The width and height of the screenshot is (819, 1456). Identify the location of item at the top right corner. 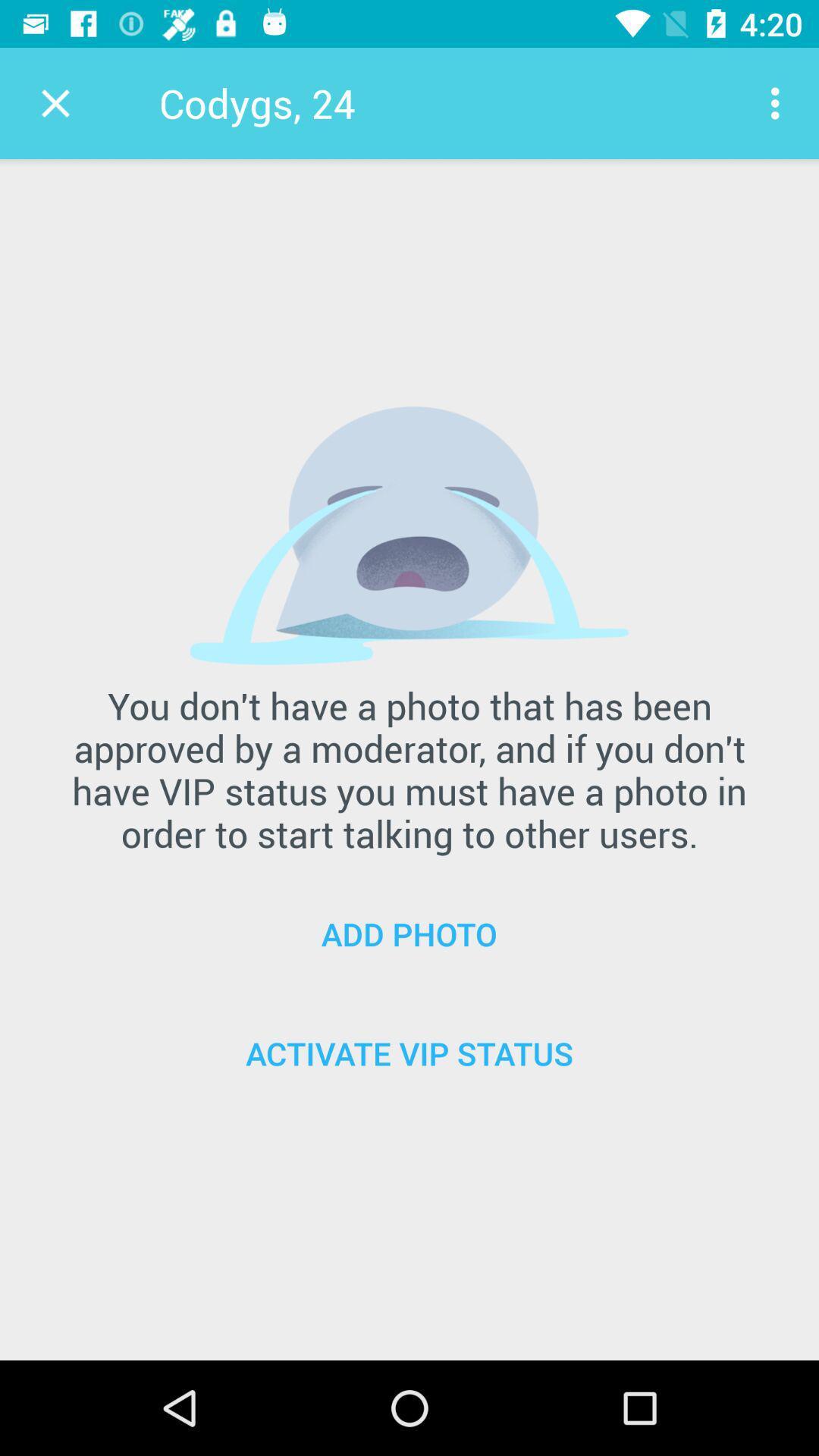
(779, 102).